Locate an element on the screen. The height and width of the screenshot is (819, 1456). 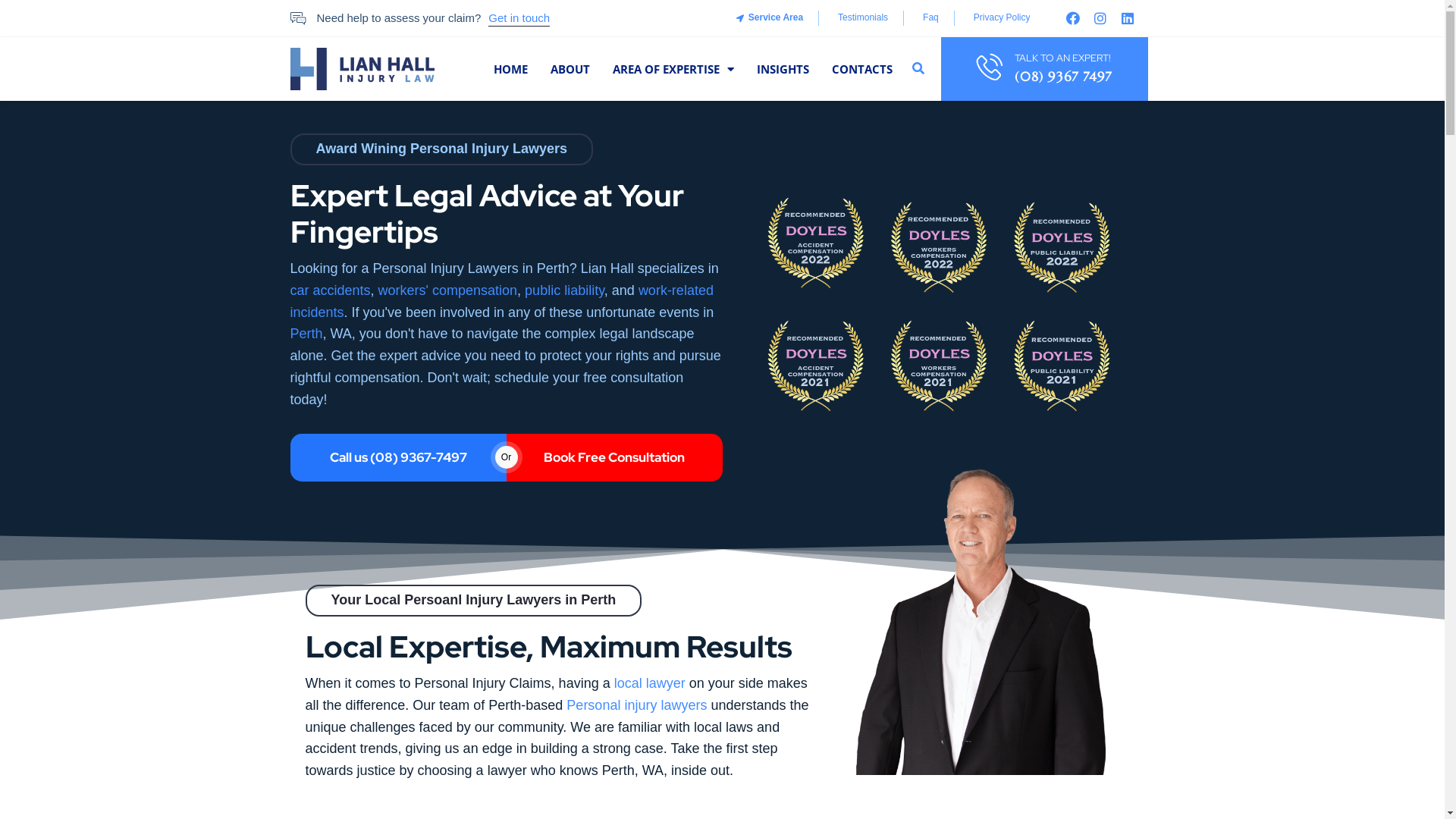
'Testimonials' is located at coordinates (833, 17).